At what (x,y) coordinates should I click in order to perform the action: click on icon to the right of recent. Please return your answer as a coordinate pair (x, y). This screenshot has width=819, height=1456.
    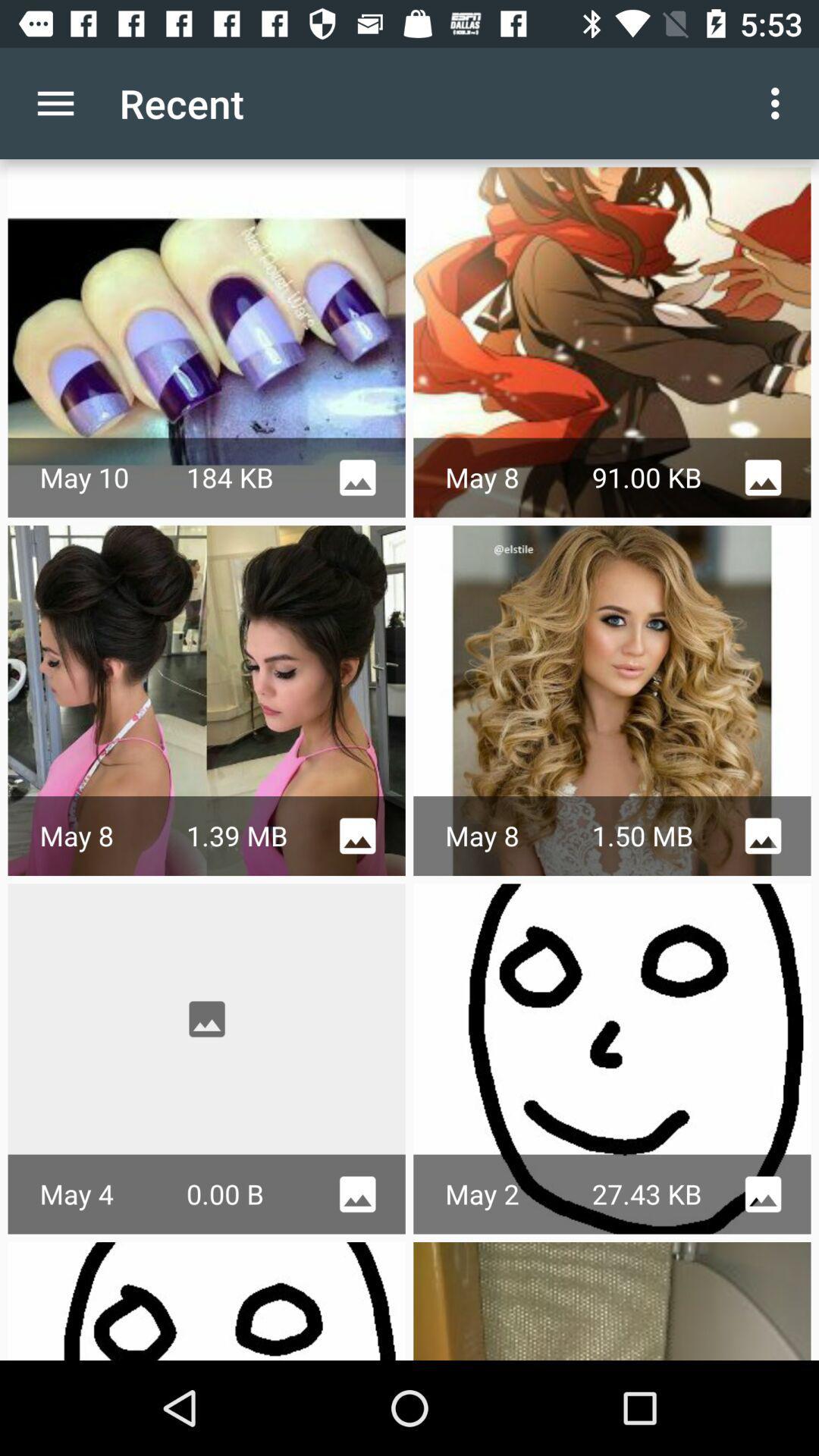
    Looking at the image, I should click on (779, 102).